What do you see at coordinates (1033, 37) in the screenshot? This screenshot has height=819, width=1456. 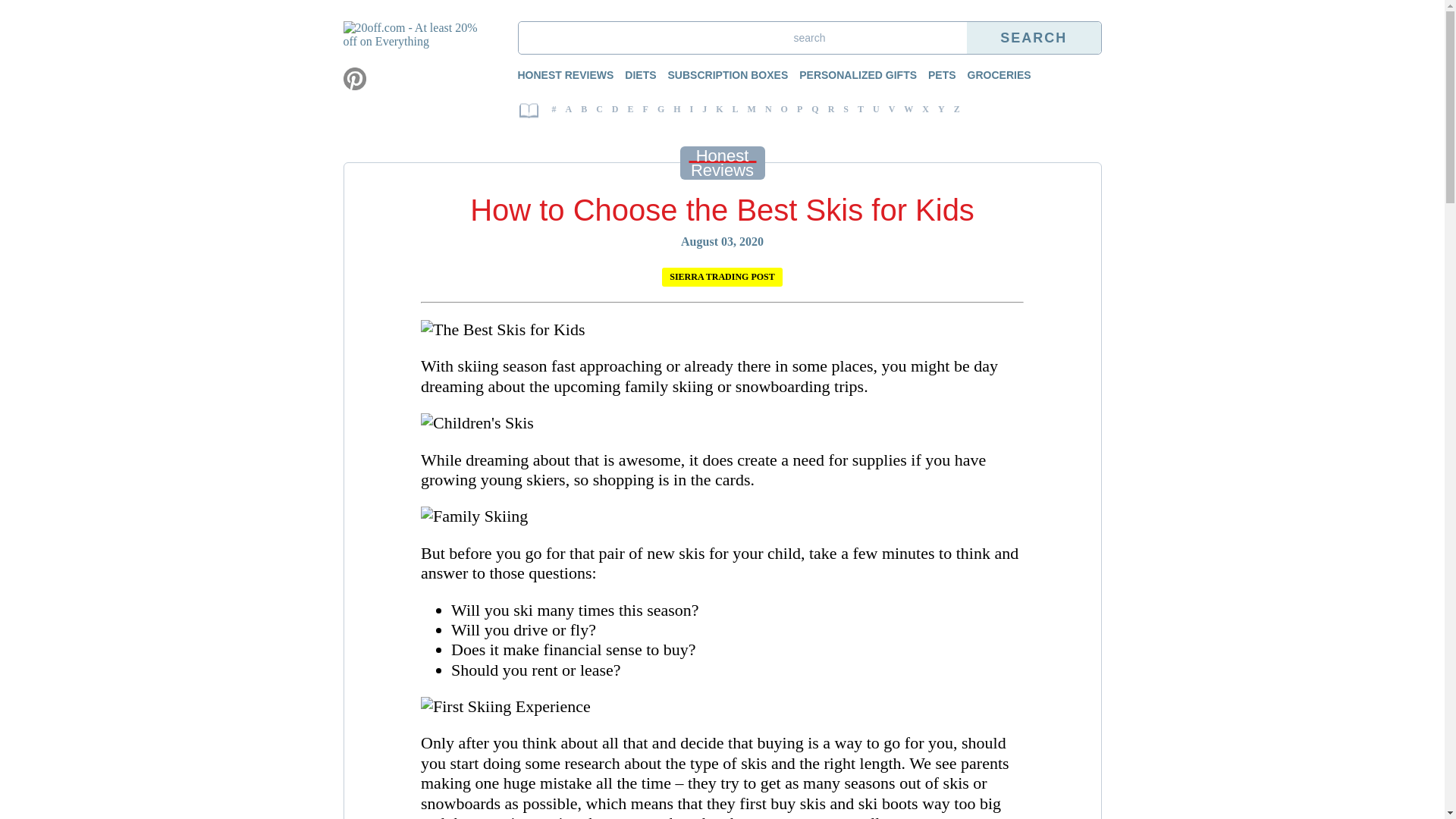 I see `'SEARCH'` at bounding box center [1033, 37].